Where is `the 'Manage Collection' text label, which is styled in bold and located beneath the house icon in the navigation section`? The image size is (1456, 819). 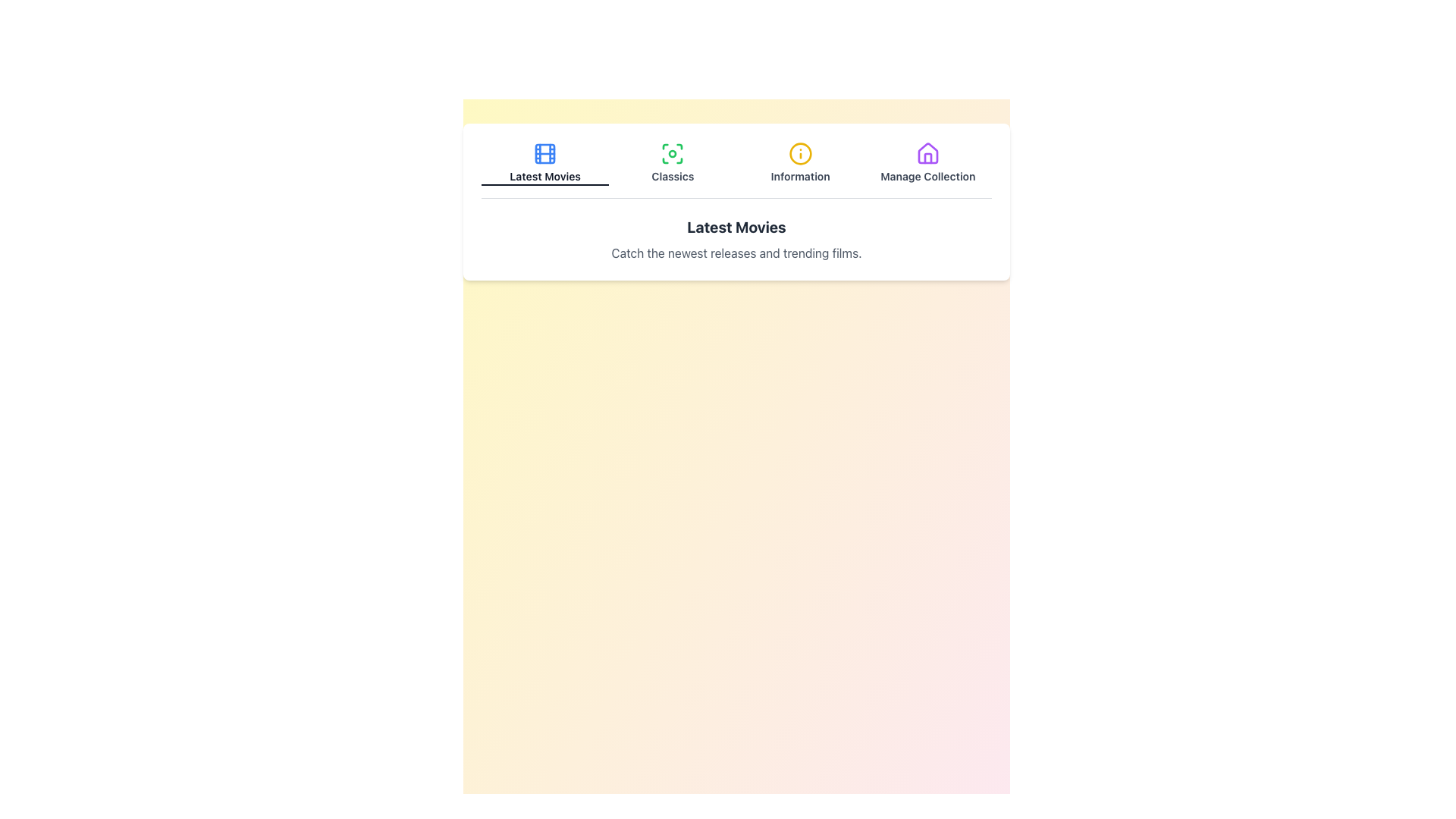 the 'Manage Collection' text label, which is styled in bold and located beneath the house icon in the navigation section is located at coordinates (927, 175).